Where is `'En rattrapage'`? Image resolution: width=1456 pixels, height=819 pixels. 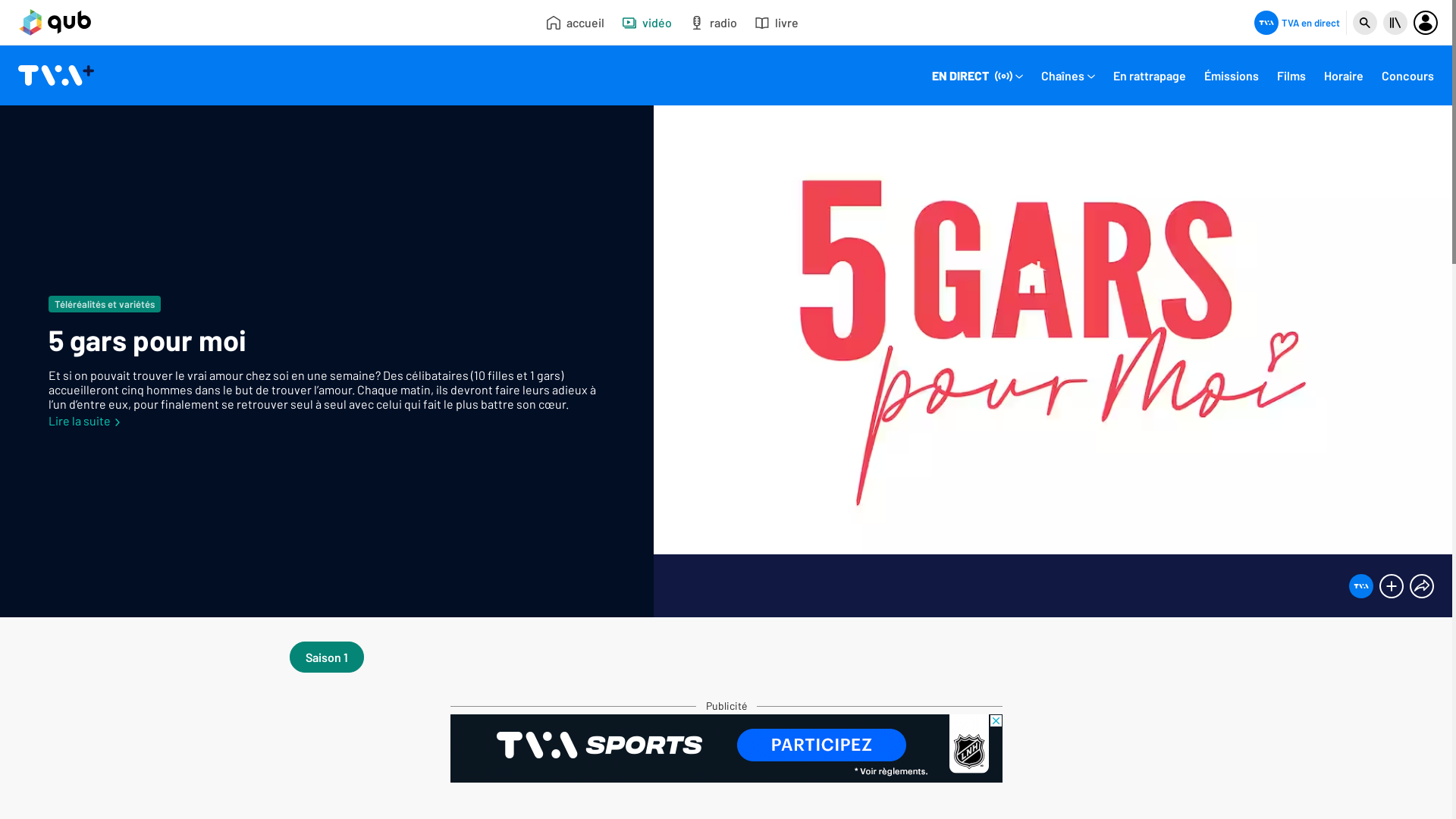 'En rattrapage' is located at coordinates (1150, 77).